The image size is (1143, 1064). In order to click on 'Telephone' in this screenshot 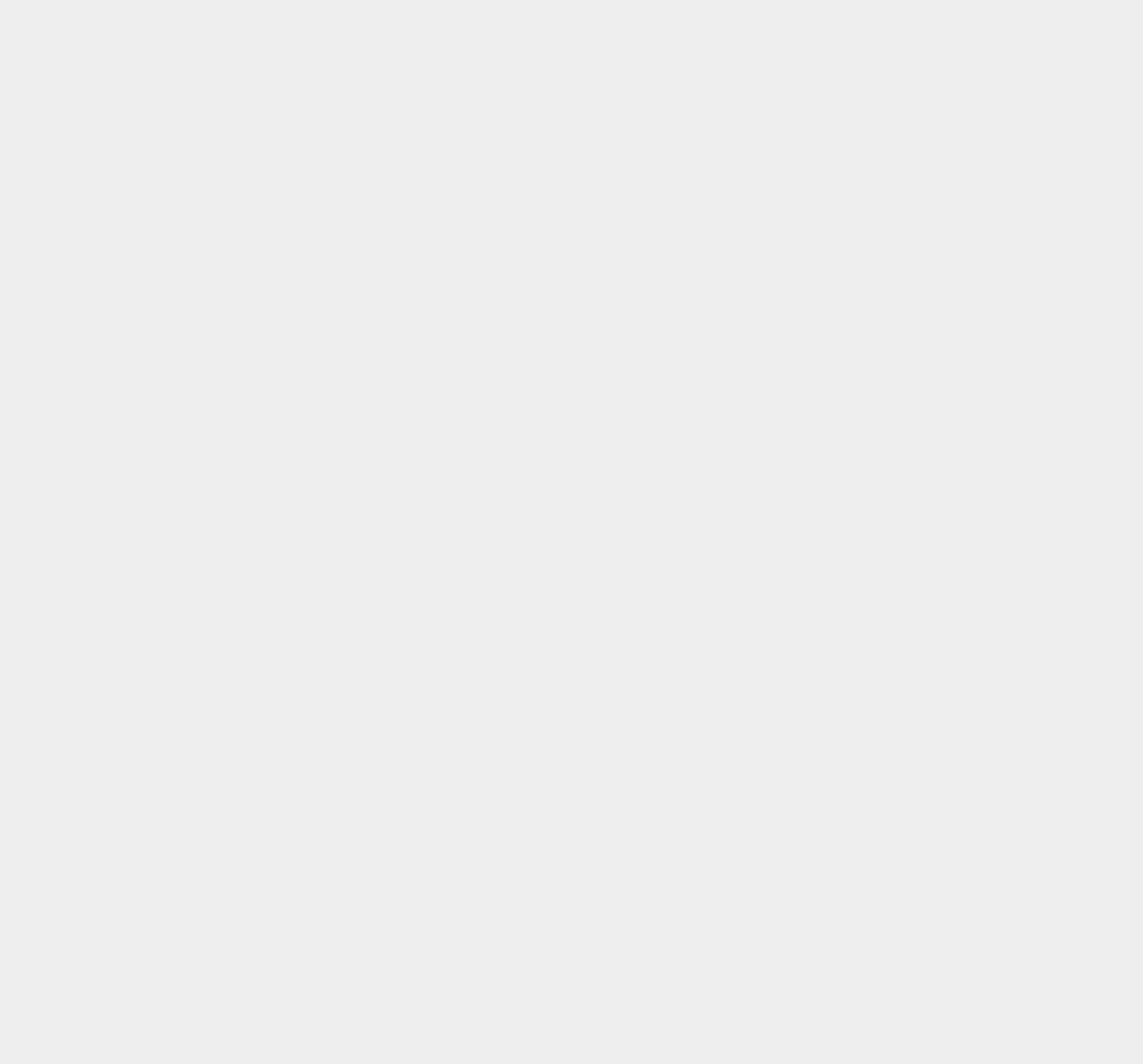, I will do `click(838, 184)`.